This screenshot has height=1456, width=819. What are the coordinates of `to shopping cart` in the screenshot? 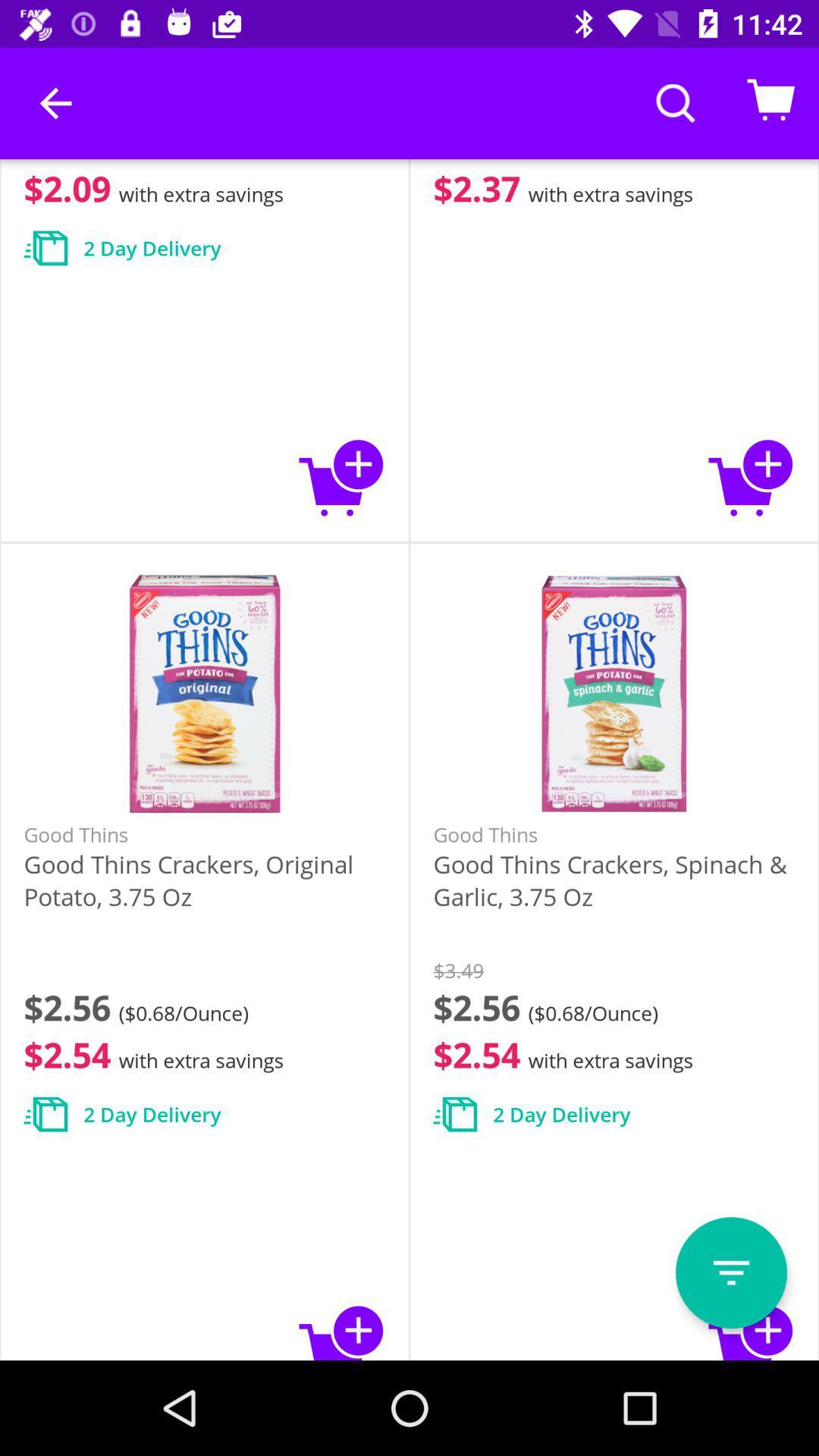 It's located at (342, 476).